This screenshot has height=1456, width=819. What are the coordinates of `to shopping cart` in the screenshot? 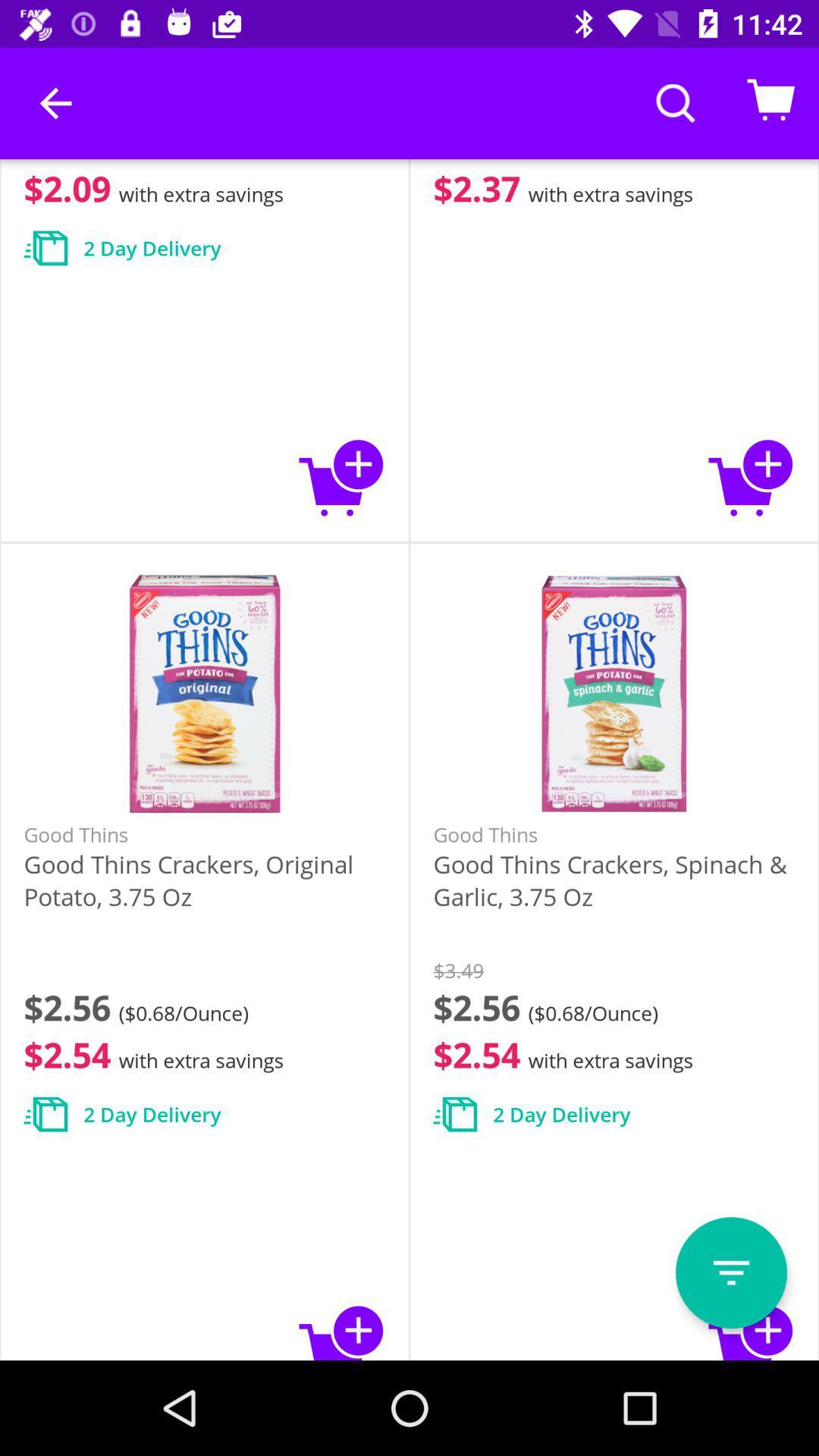 It's located at (342, 476).